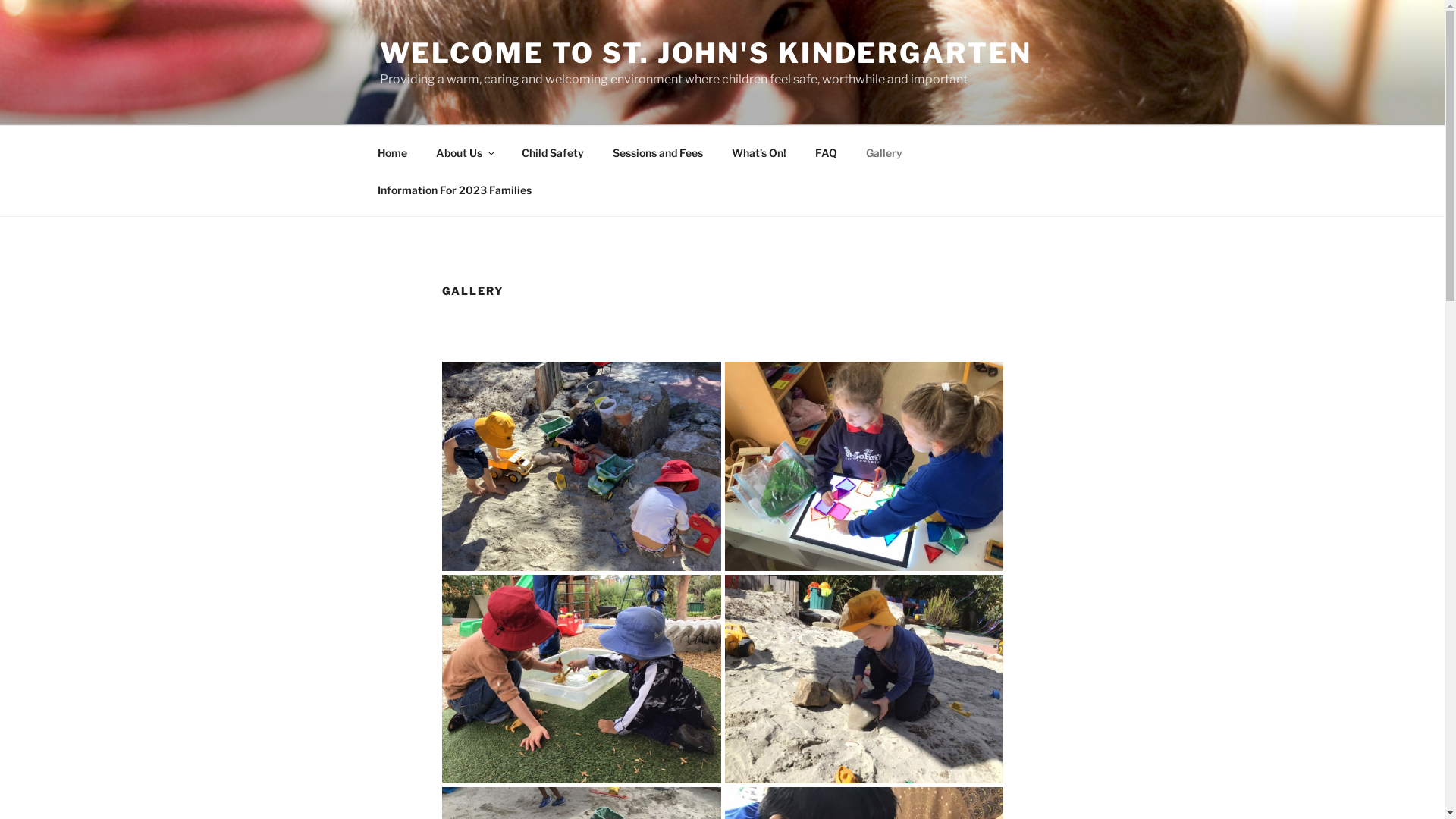  What do you see at coordinates (883, 152) in the screenshot?
I see `'Gallery'` at bounding box center [883, 152].